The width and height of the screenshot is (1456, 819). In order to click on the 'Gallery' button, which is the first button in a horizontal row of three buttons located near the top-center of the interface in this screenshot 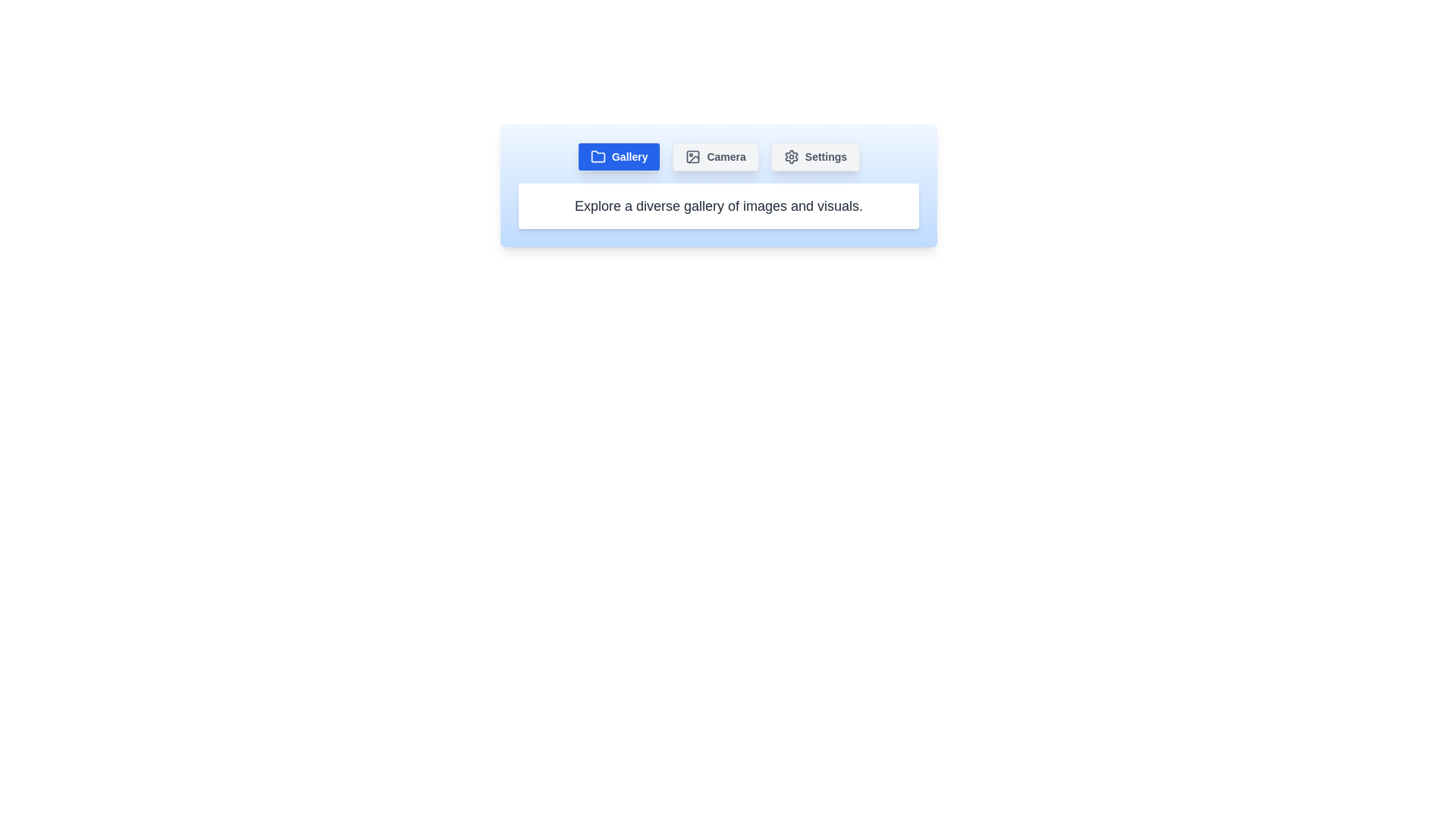, I will do `click(619, 157)`.